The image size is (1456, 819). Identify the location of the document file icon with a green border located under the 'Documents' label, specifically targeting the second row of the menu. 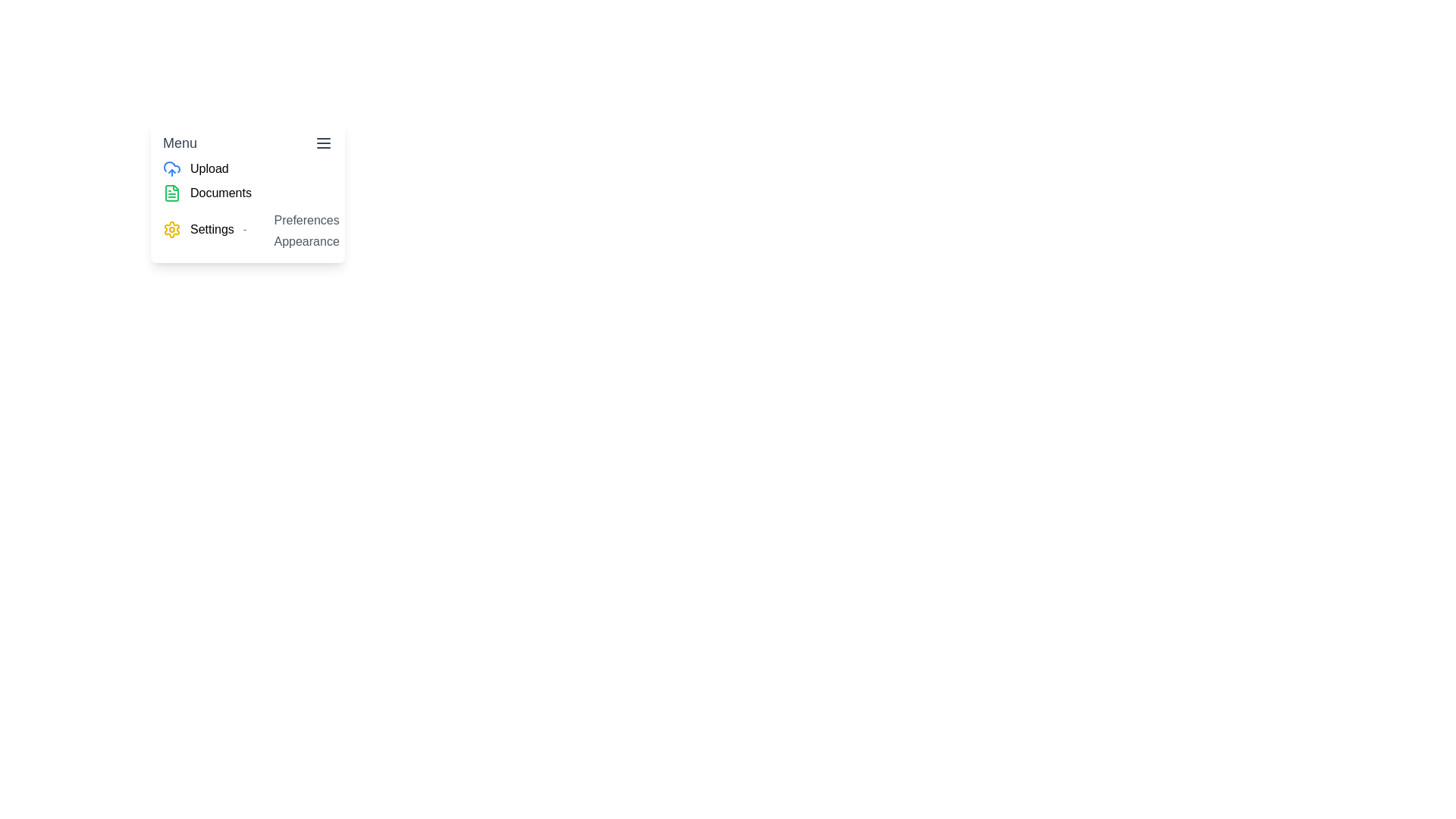
(171, 192).